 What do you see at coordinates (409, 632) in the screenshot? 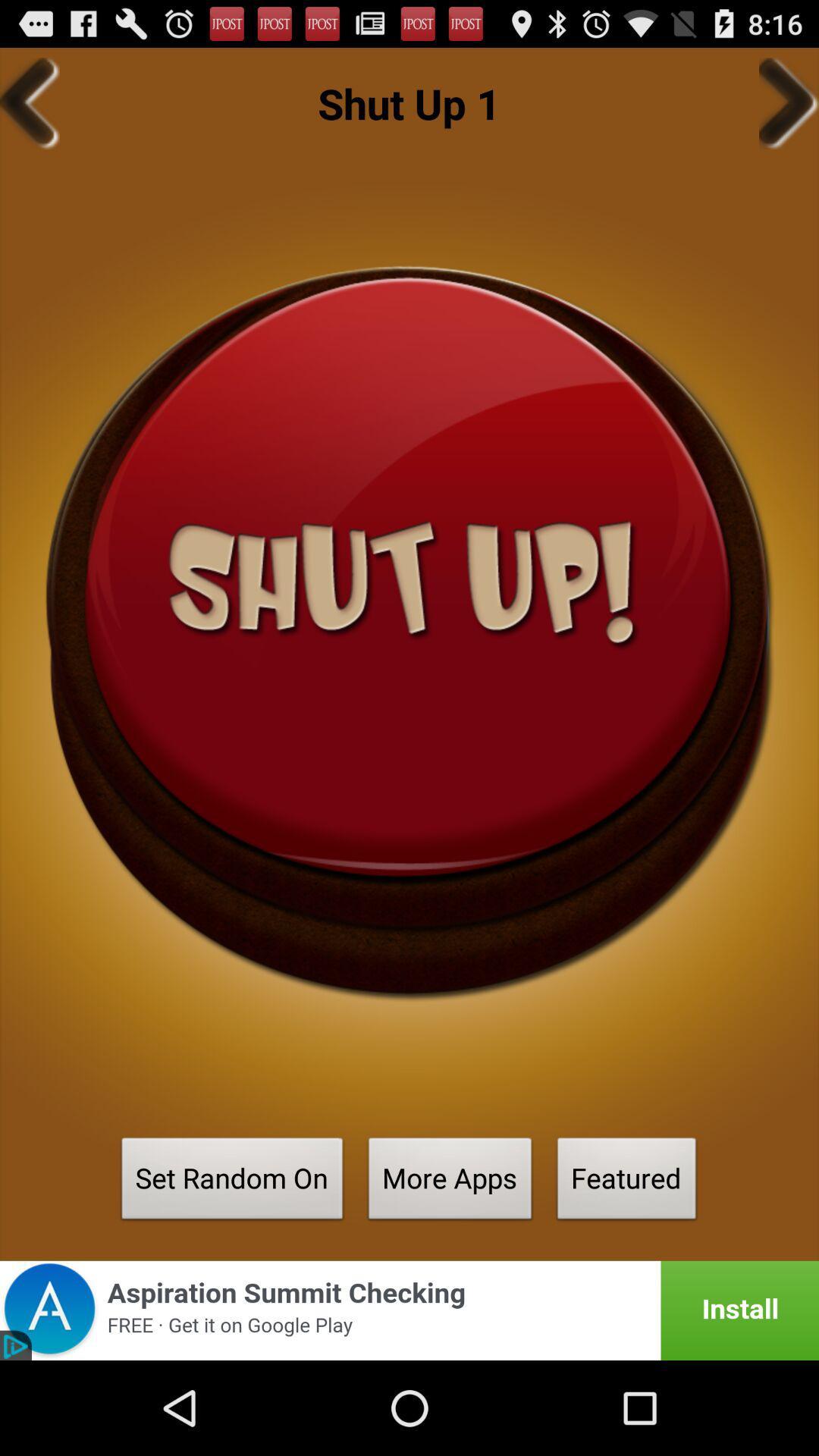
I see `item above the more apps` at bounding box center [409, 632].